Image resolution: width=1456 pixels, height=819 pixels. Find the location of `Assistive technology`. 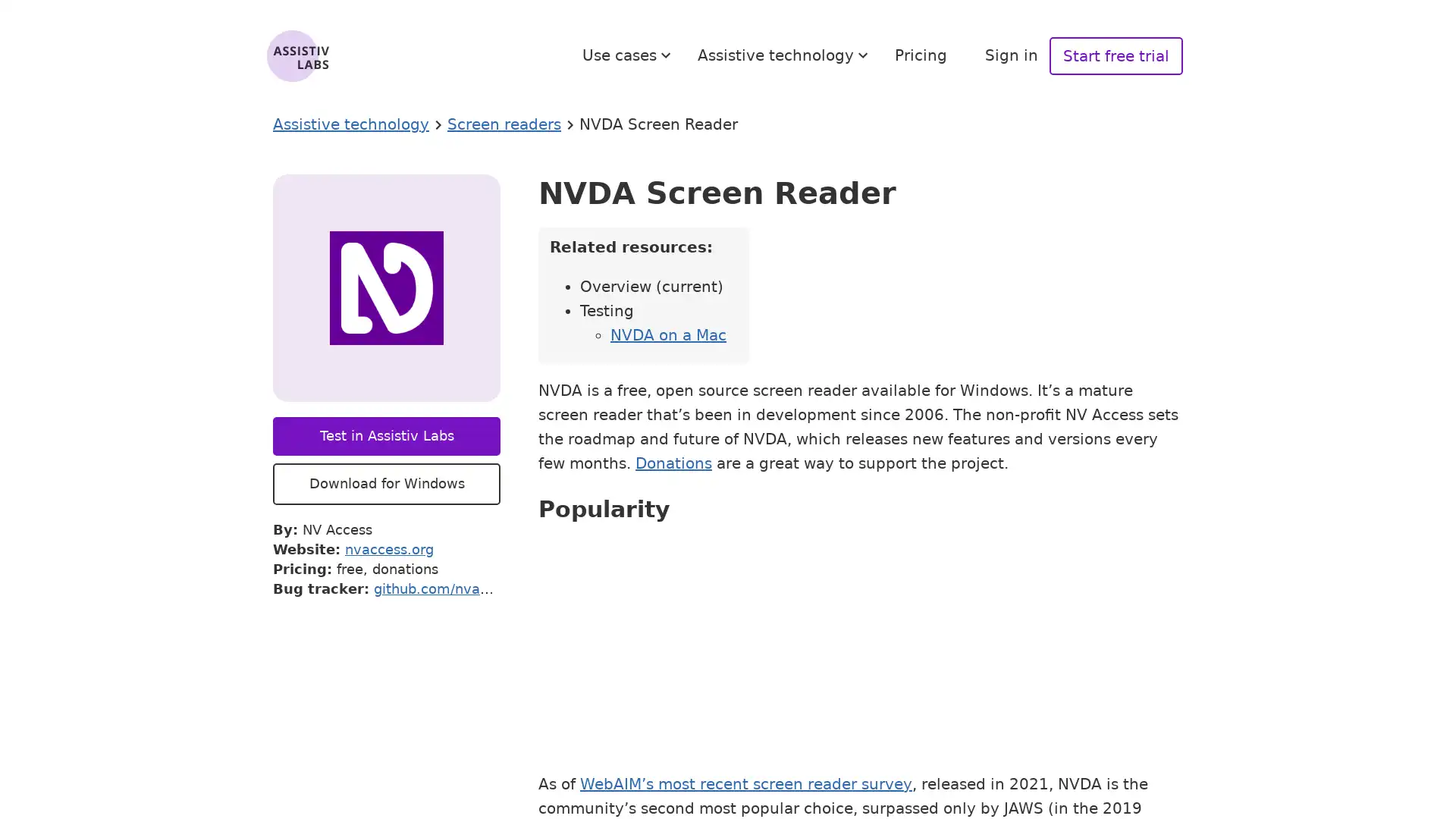

Assistive technology is located at coordinates (785, 55).